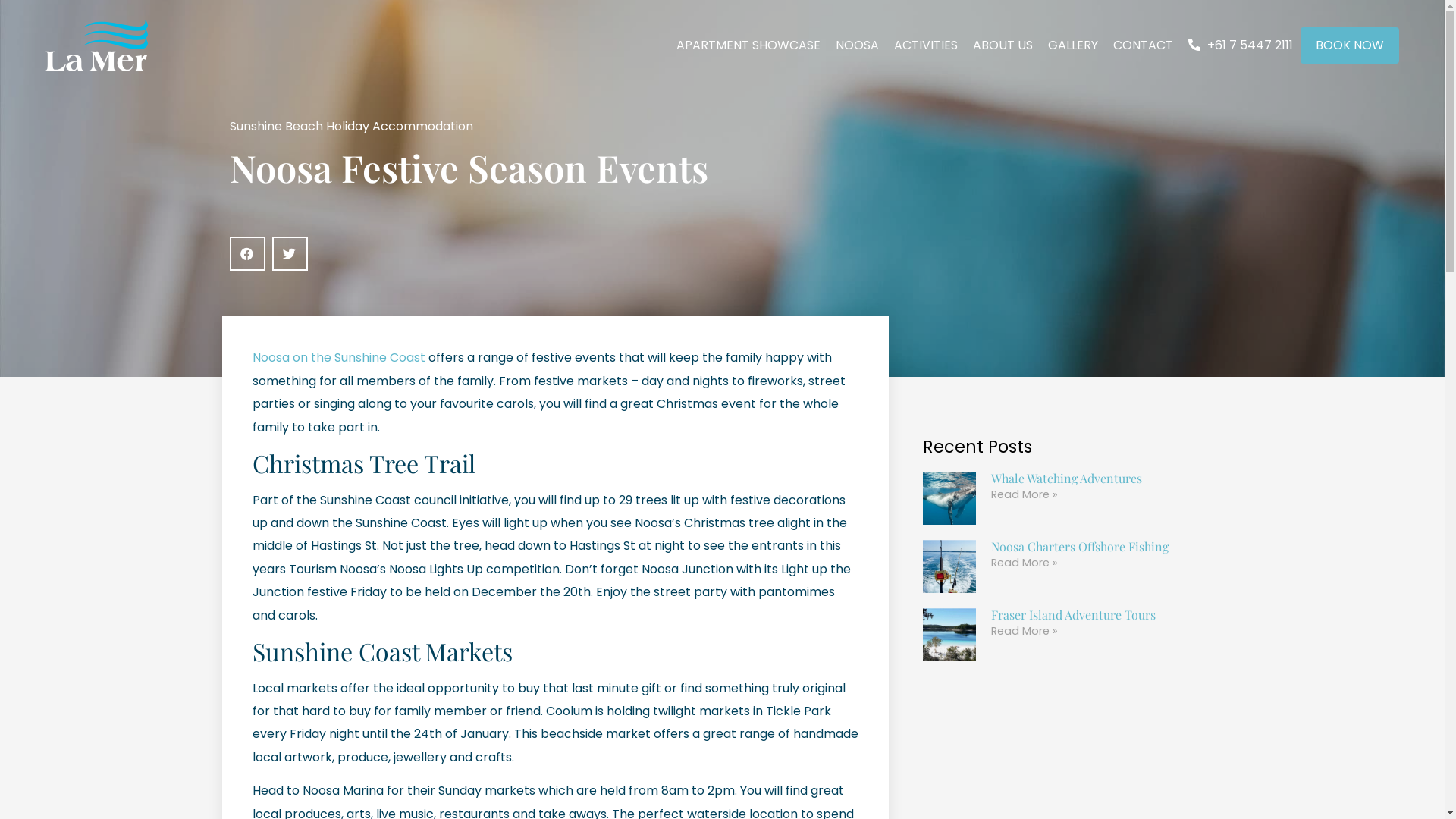 This screenshot has width=1456, height=819. I want to click on 'NOOSA', so click(857, 45).